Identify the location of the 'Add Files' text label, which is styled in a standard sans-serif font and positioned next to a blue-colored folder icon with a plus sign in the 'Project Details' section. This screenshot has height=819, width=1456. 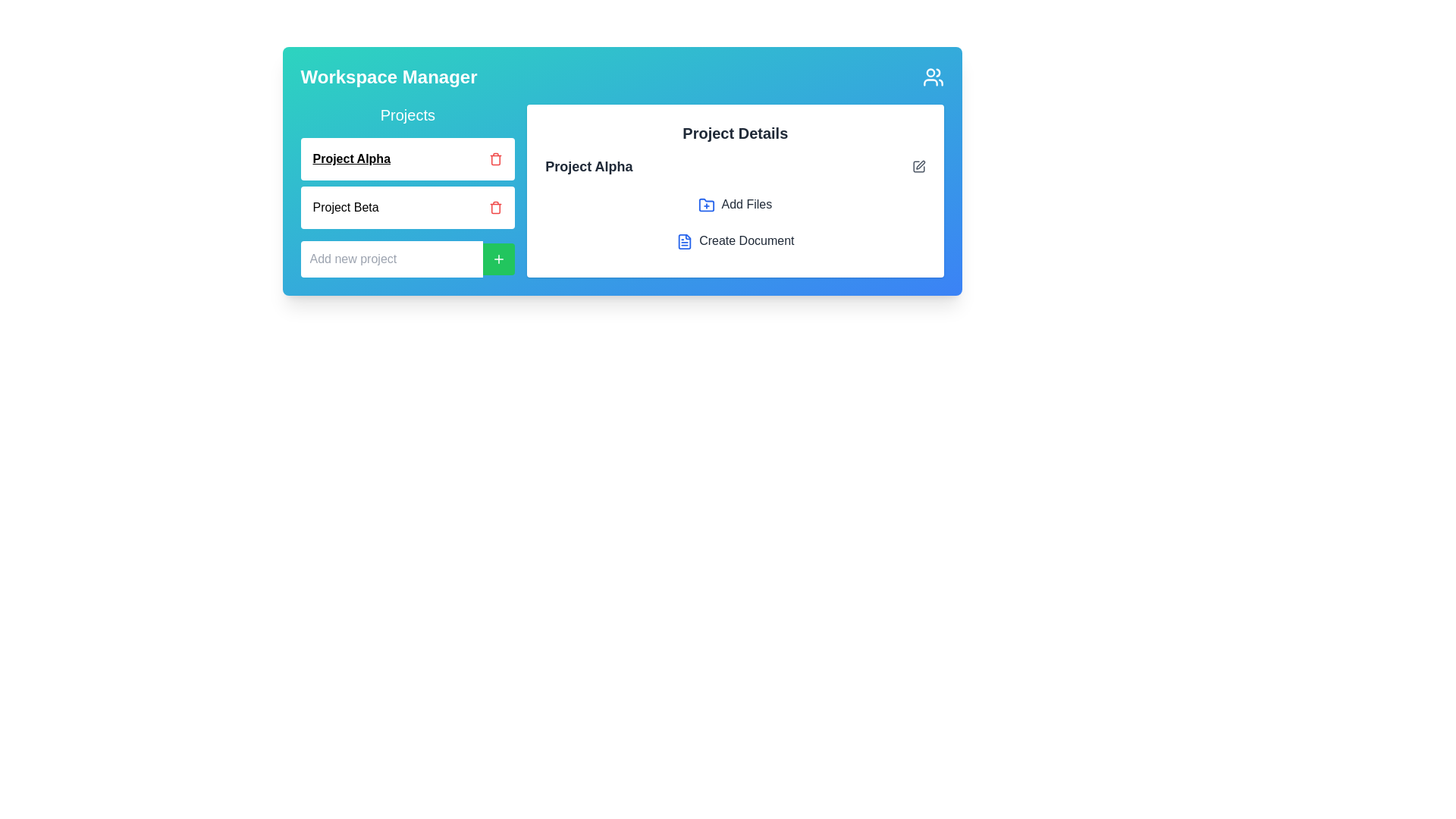
(746, 203).